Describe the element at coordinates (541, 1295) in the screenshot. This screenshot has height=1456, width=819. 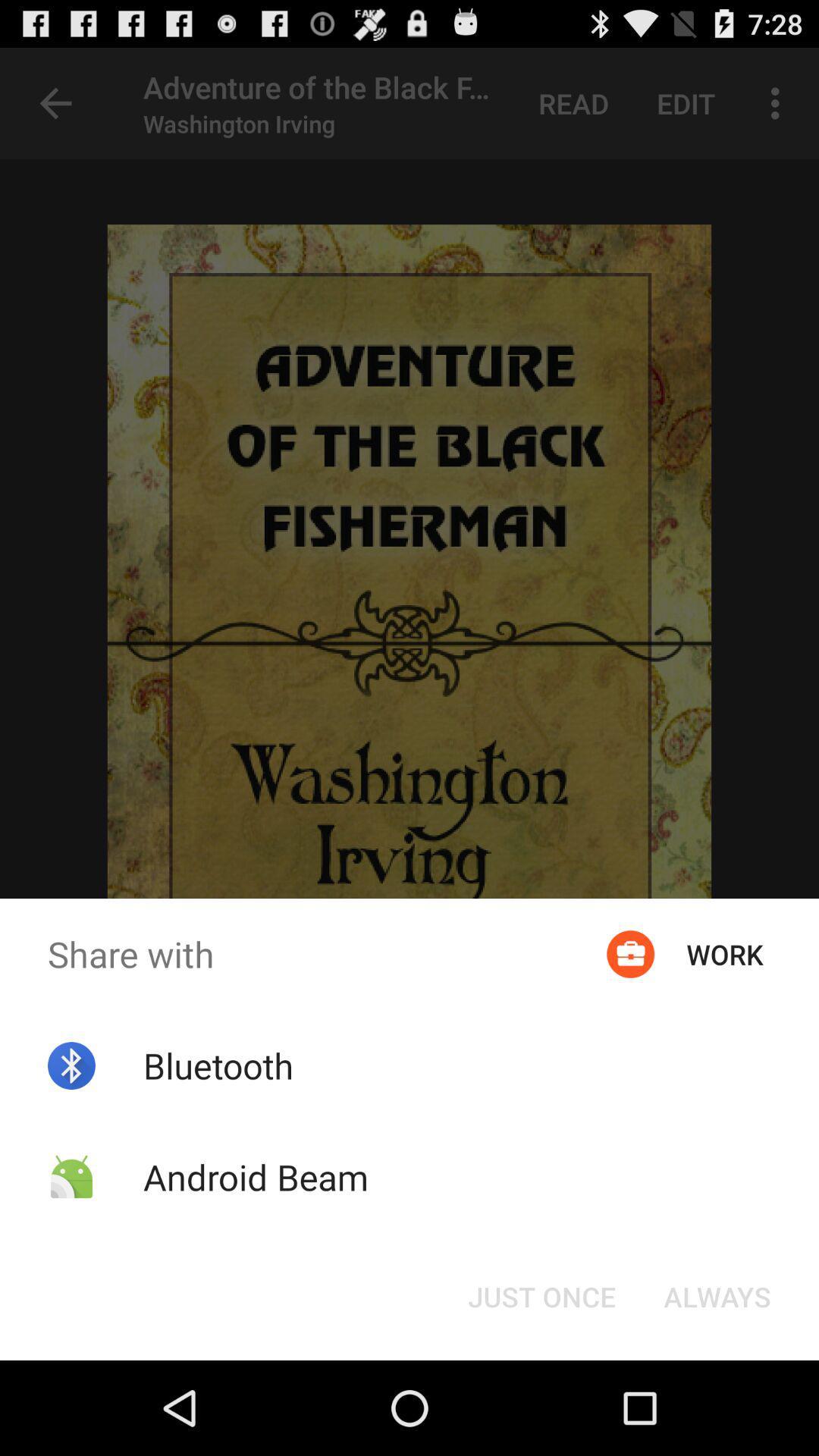
I see `the button at the bottom` at that location.